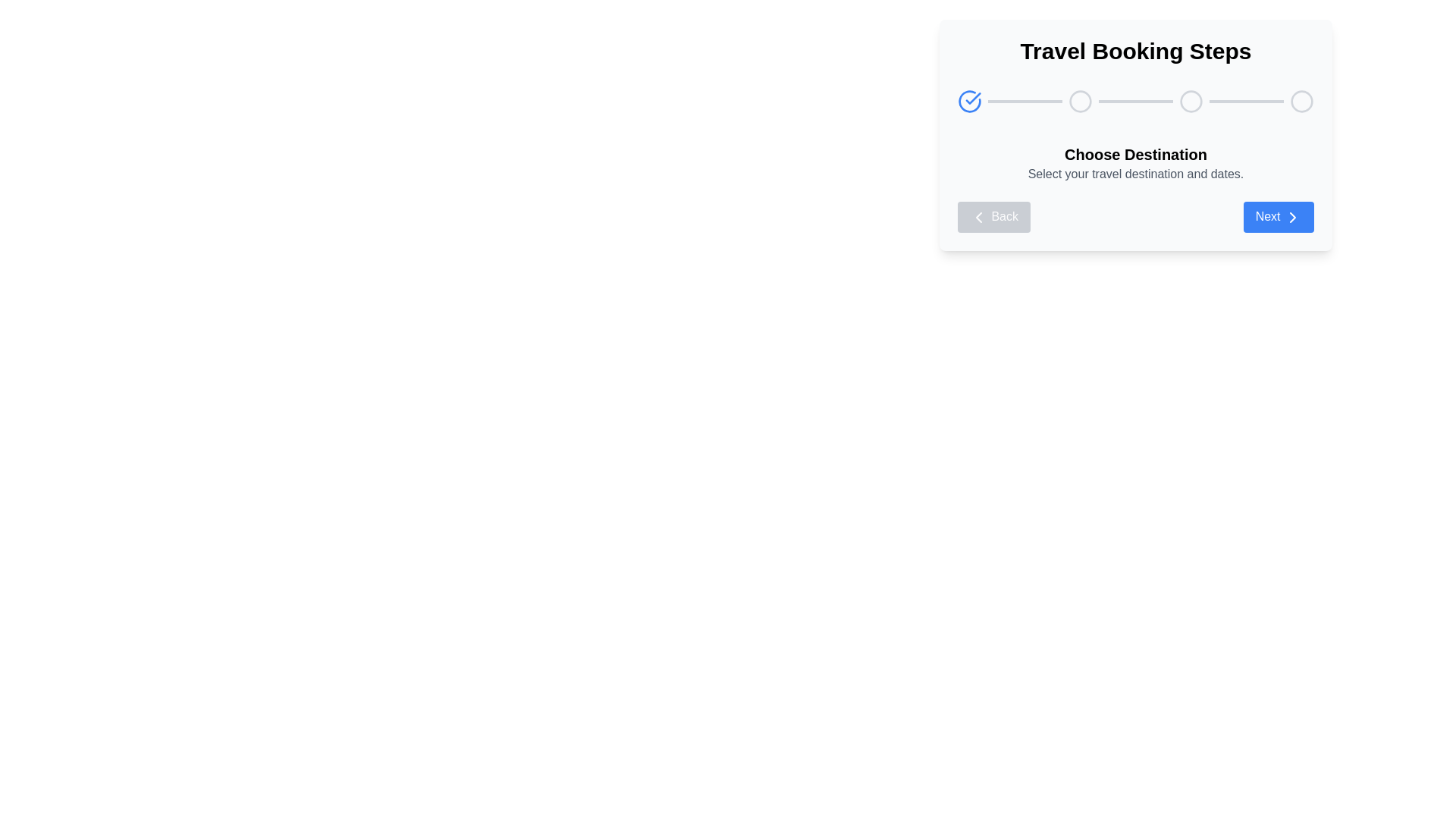  I want to click on the second circular step indicator in the step progression bar, which visually represents a stage in the workflow, so click(1190, 102).